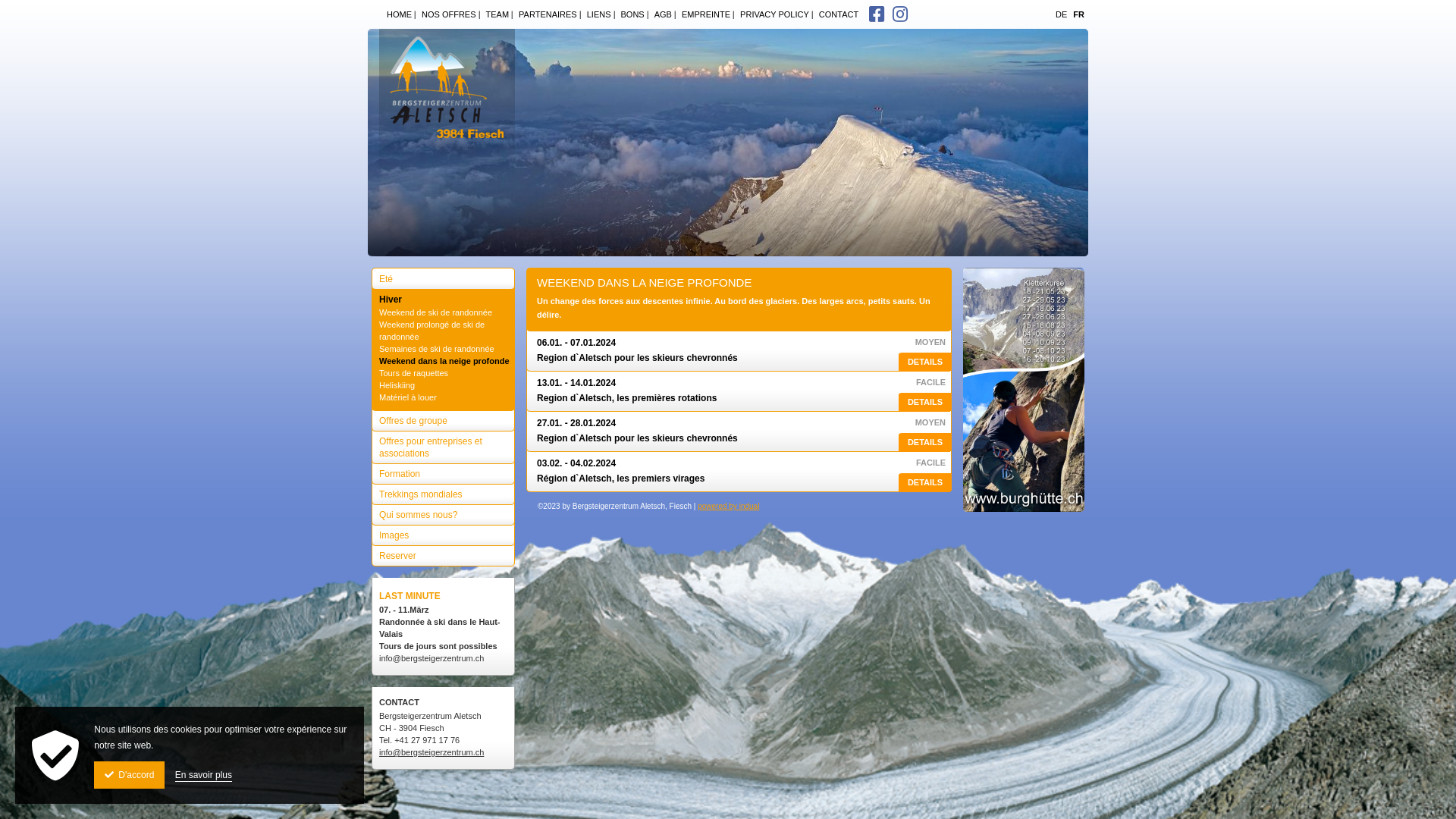 The height and width of the screenshot is (819, 1456). I want to click on 'Offres de groupe', so click(442, 417).